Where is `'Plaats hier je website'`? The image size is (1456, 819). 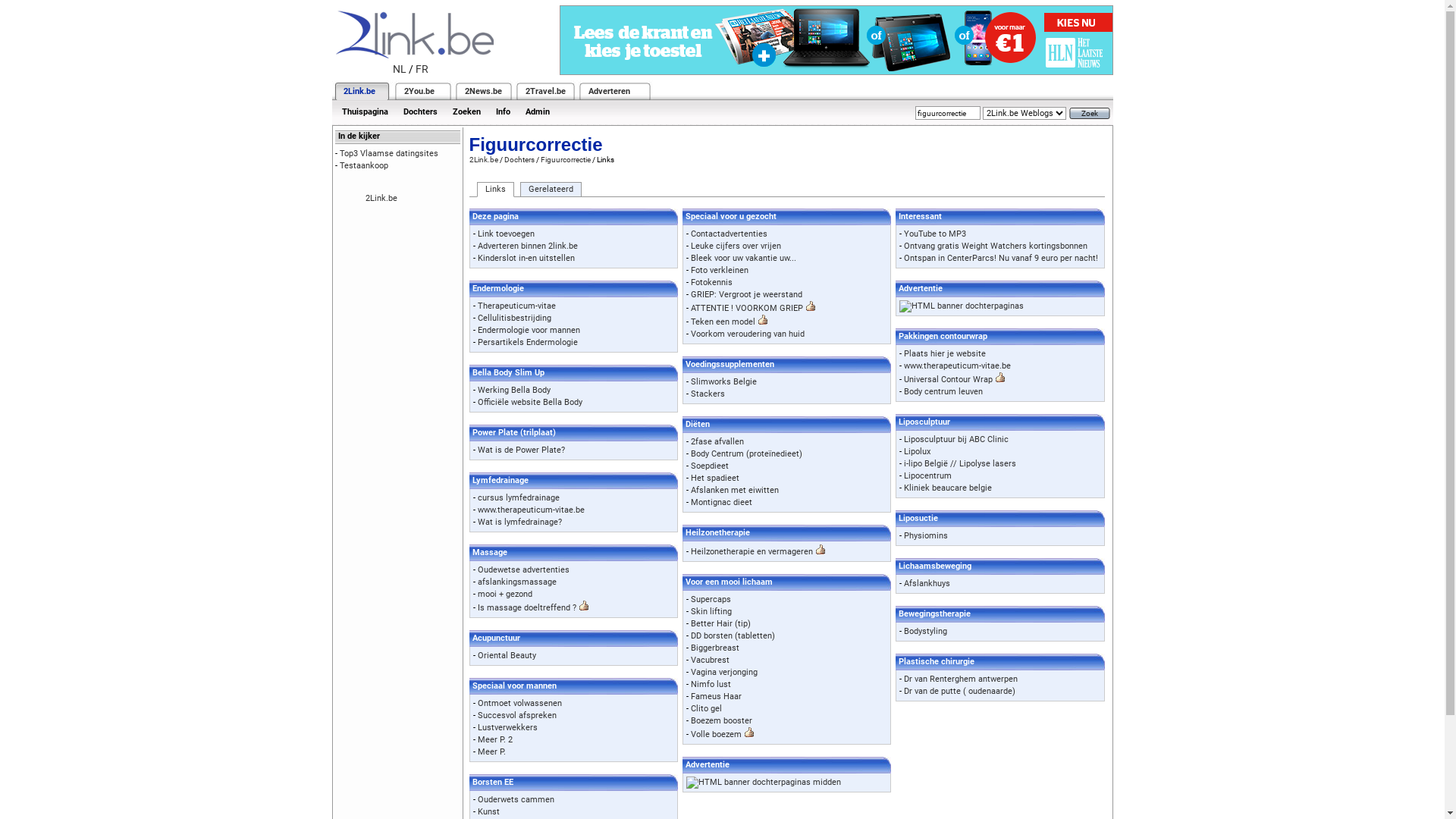
'Plaats hier je website' is located at coordinates (944, 353).